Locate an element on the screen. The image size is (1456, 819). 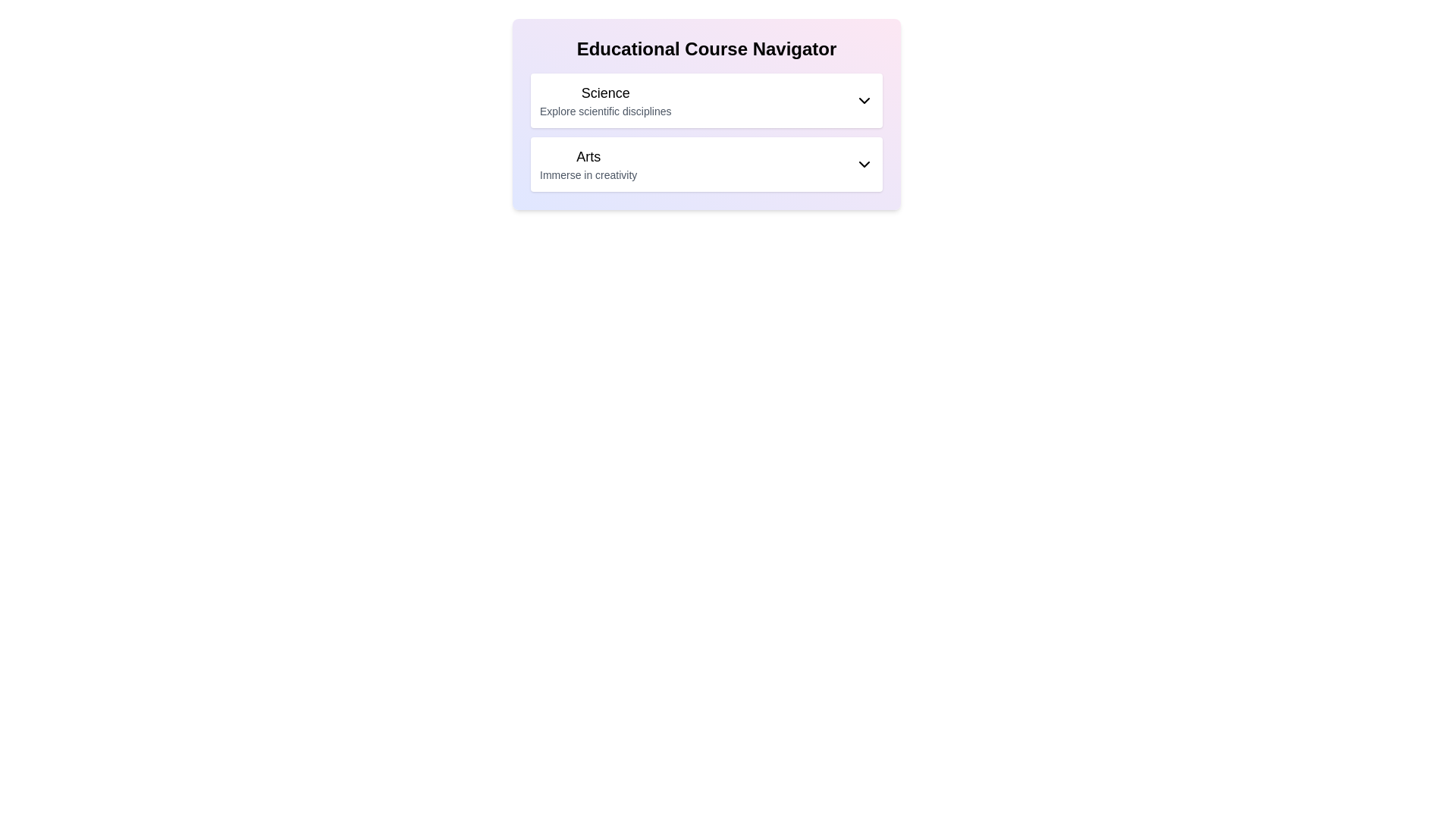
the text block containing the word 'Arts' in bold font and the subtitle 'Immerse in creativity' to select the text is located at coordinates (588, 164).